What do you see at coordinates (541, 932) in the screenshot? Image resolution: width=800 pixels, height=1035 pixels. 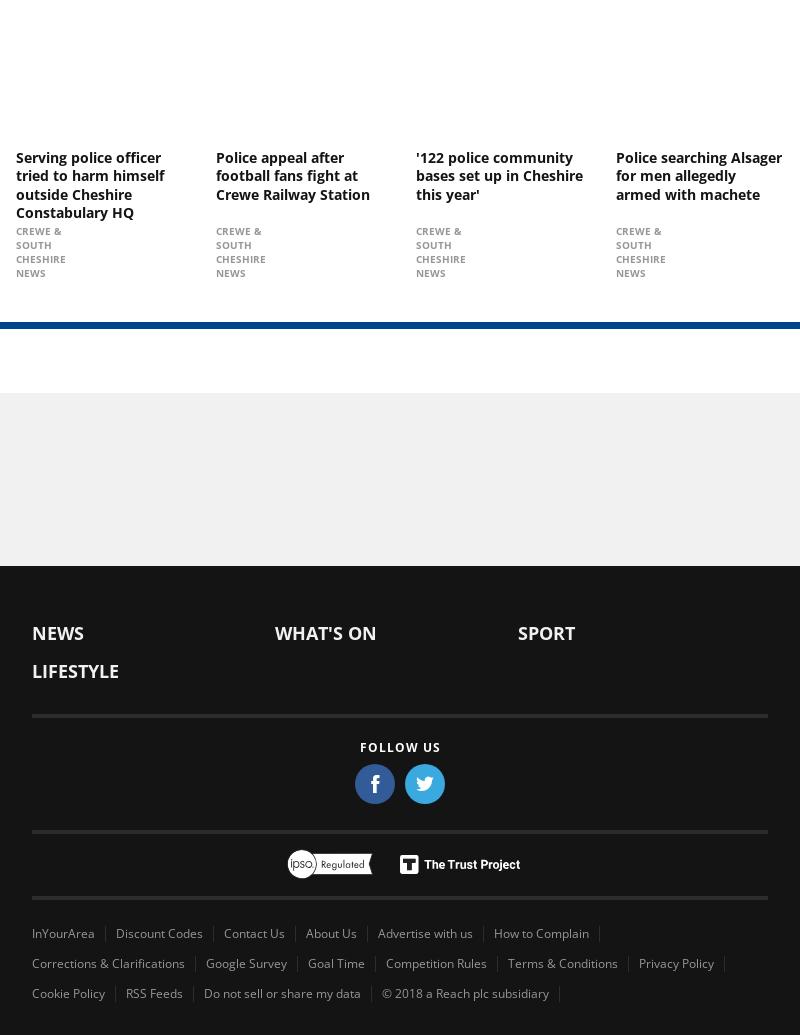 I see `'How to Complain'` at bounding box center [541, 932].